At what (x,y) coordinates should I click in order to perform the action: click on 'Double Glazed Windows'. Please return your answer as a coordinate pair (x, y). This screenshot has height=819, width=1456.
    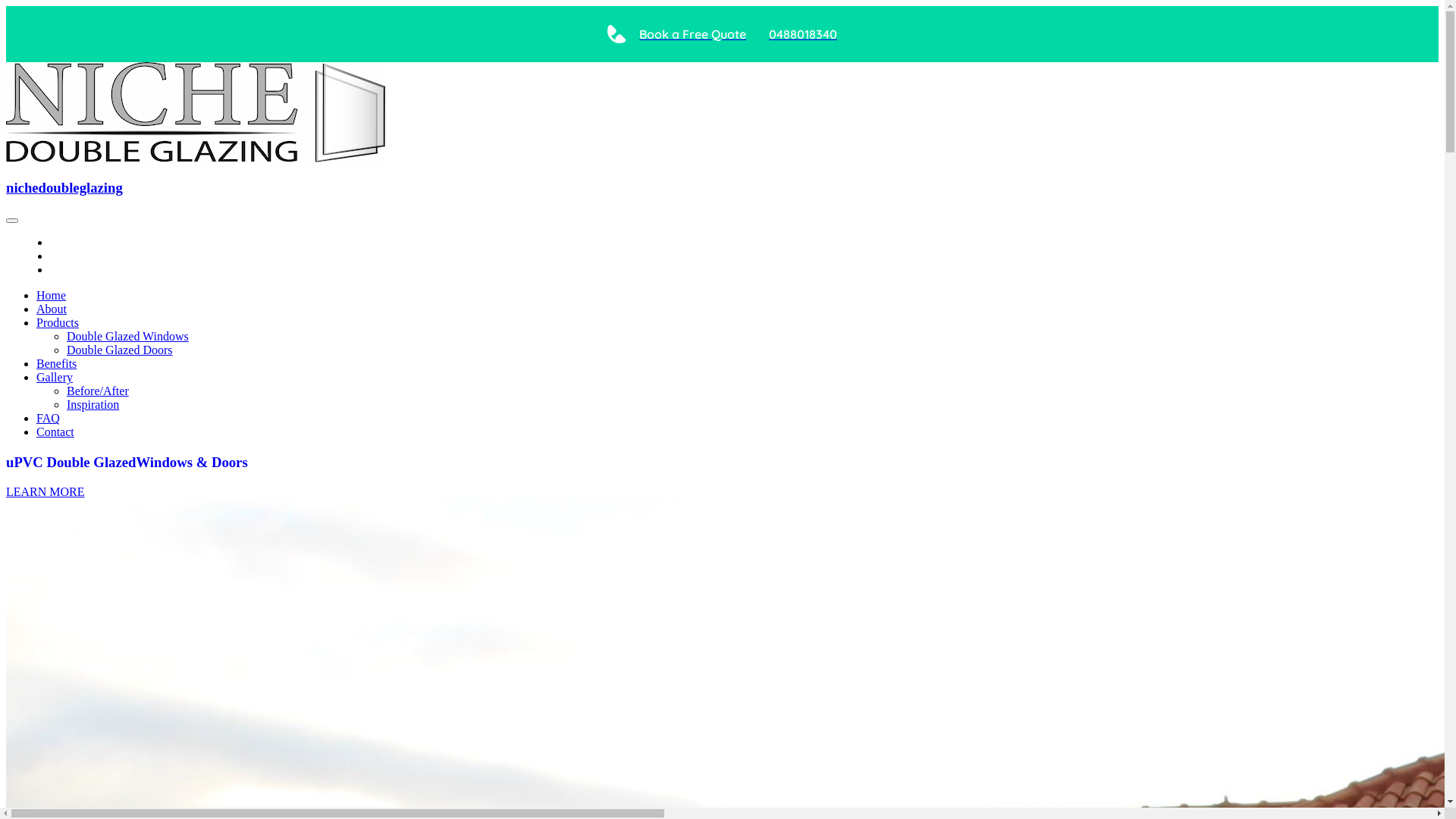
    Looking at the image, I should click on (127, 335).